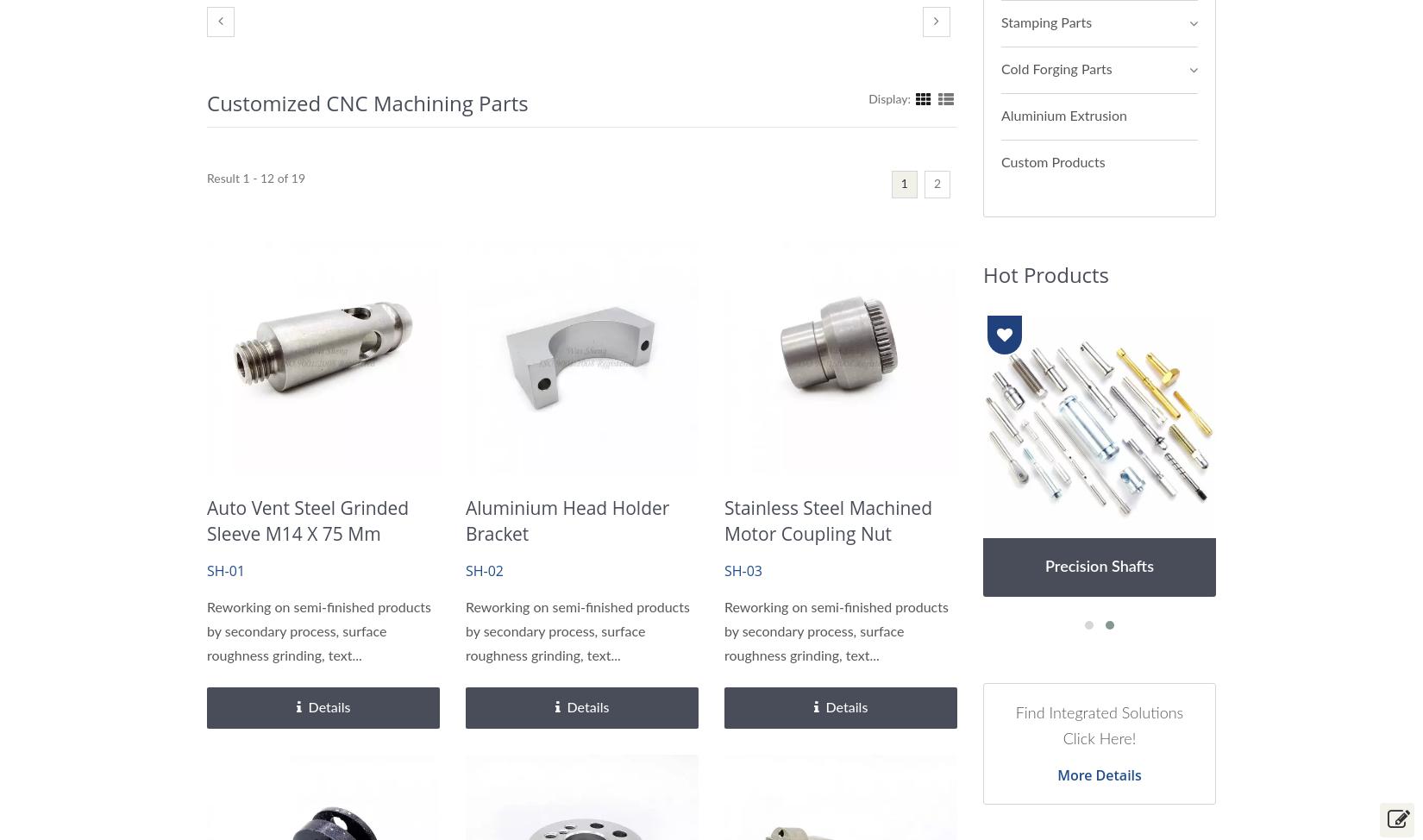 This screenshot has height=840, width=1423. Describe the element at coordinates (724, 571) in the screenshot. I see `'SH-03'` at that location.